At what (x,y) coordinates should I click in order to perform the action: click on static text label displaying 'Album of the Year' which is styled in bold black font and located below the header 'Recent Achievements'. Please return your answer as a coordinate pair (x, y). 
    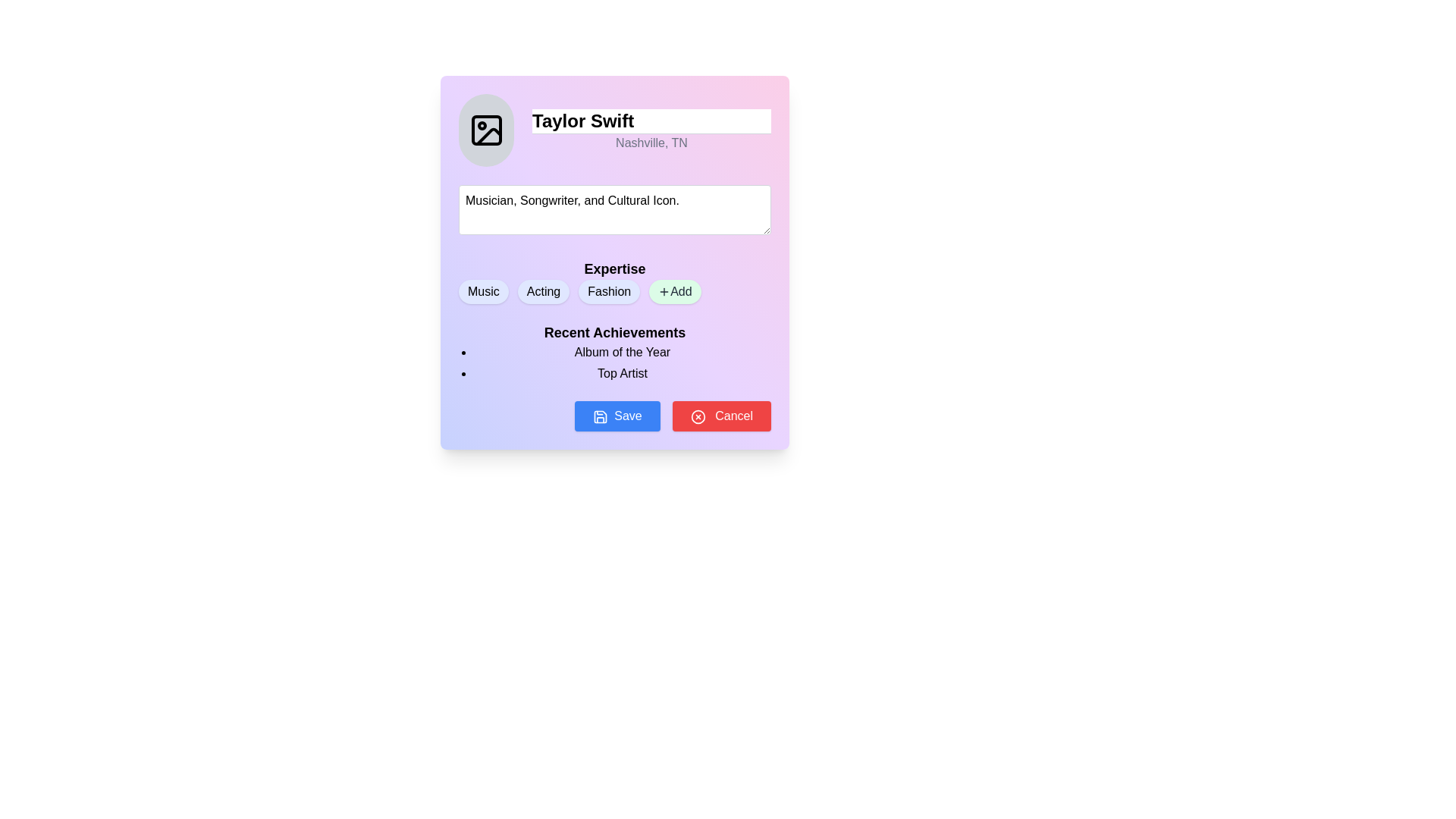
    Looking at the image, I should click on (622, 353).